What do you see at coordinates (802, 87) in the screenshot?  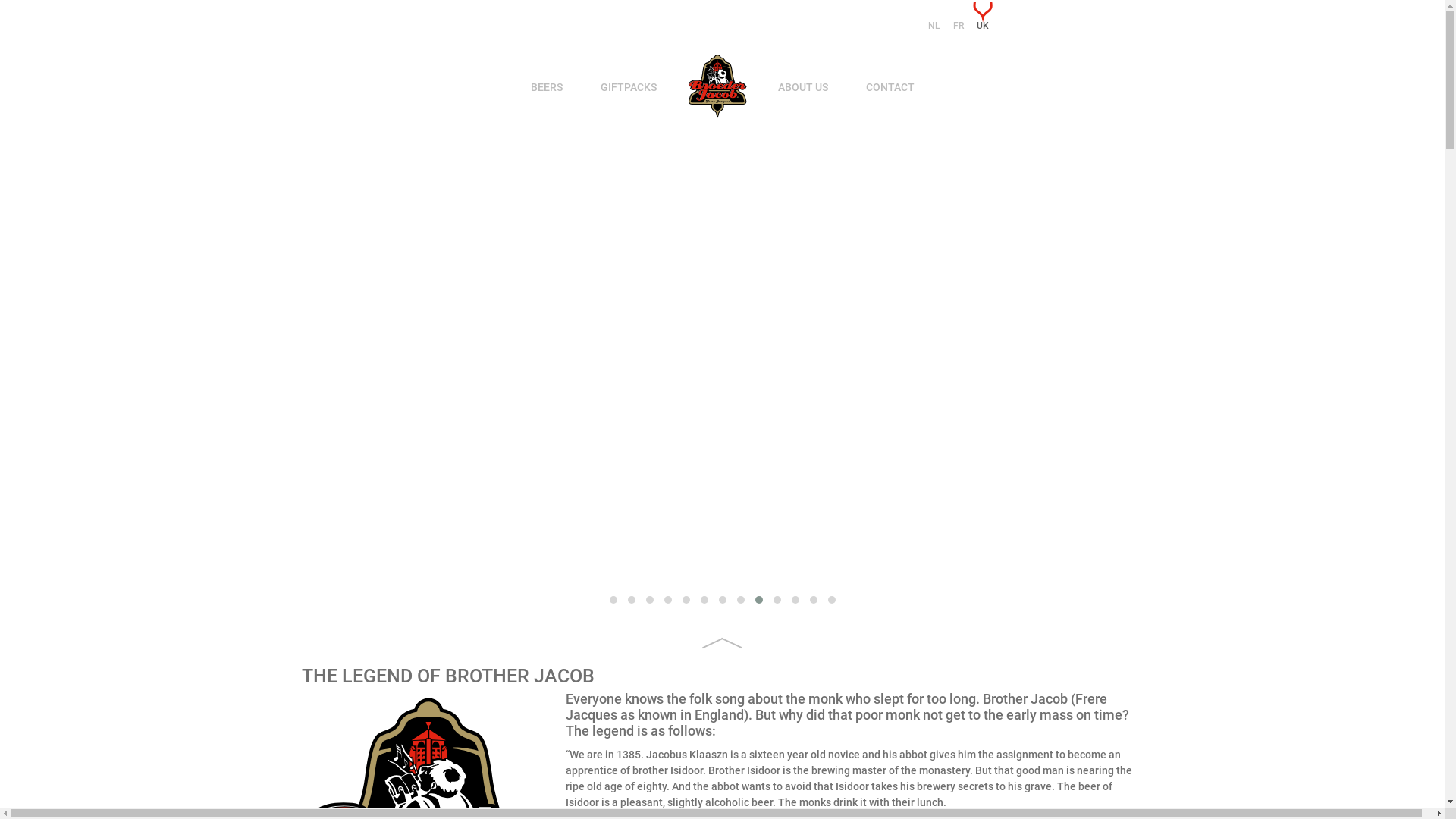 I see `'ABOUT US'` at bounding box center [802, 87].